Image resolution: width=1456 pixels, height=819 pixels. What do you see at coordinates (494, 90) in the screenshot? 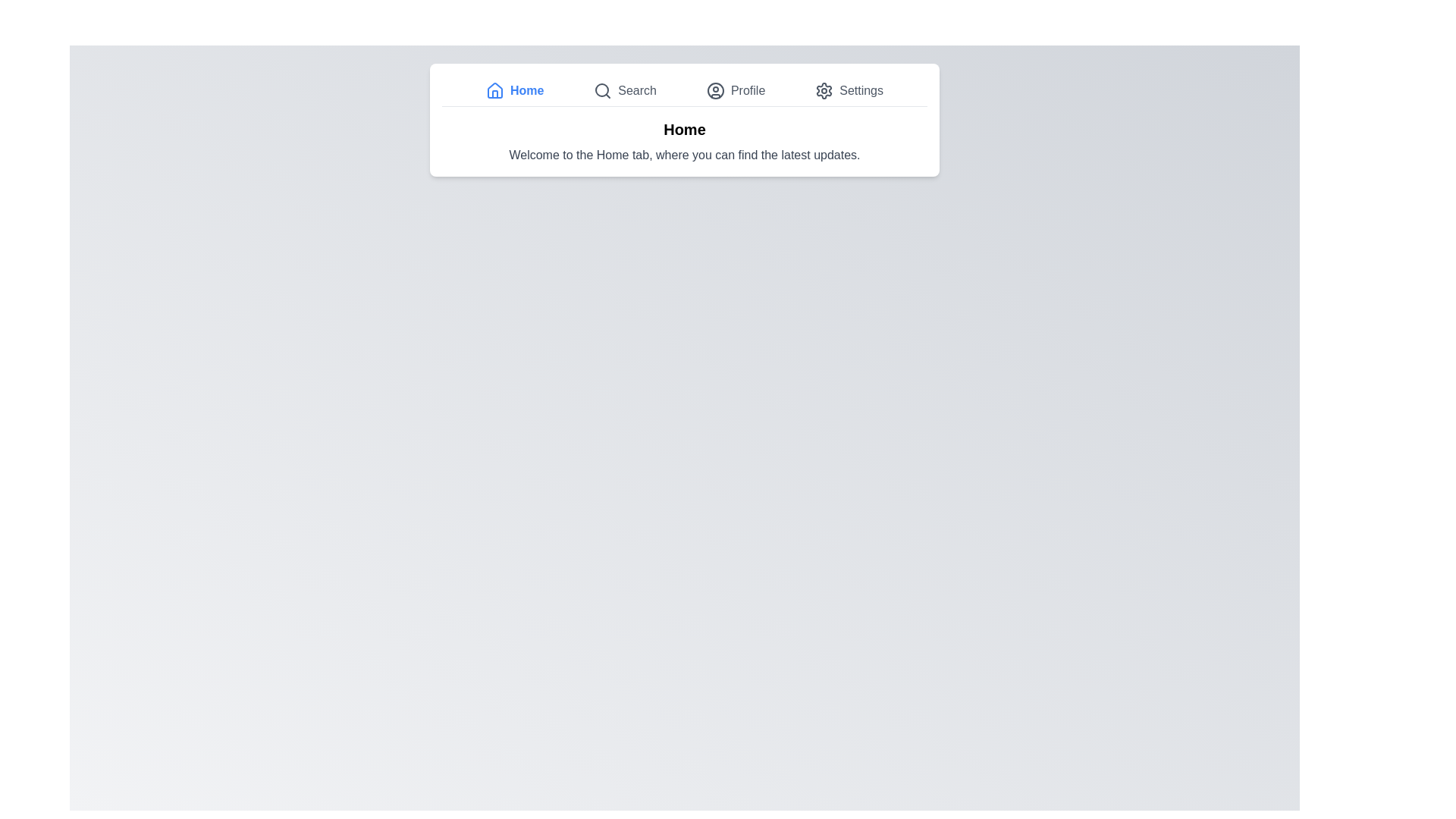
I see `the blue house-shaped icon located in the navigation menu to the left of the 'Home' label` at bounding box center [494, 90].